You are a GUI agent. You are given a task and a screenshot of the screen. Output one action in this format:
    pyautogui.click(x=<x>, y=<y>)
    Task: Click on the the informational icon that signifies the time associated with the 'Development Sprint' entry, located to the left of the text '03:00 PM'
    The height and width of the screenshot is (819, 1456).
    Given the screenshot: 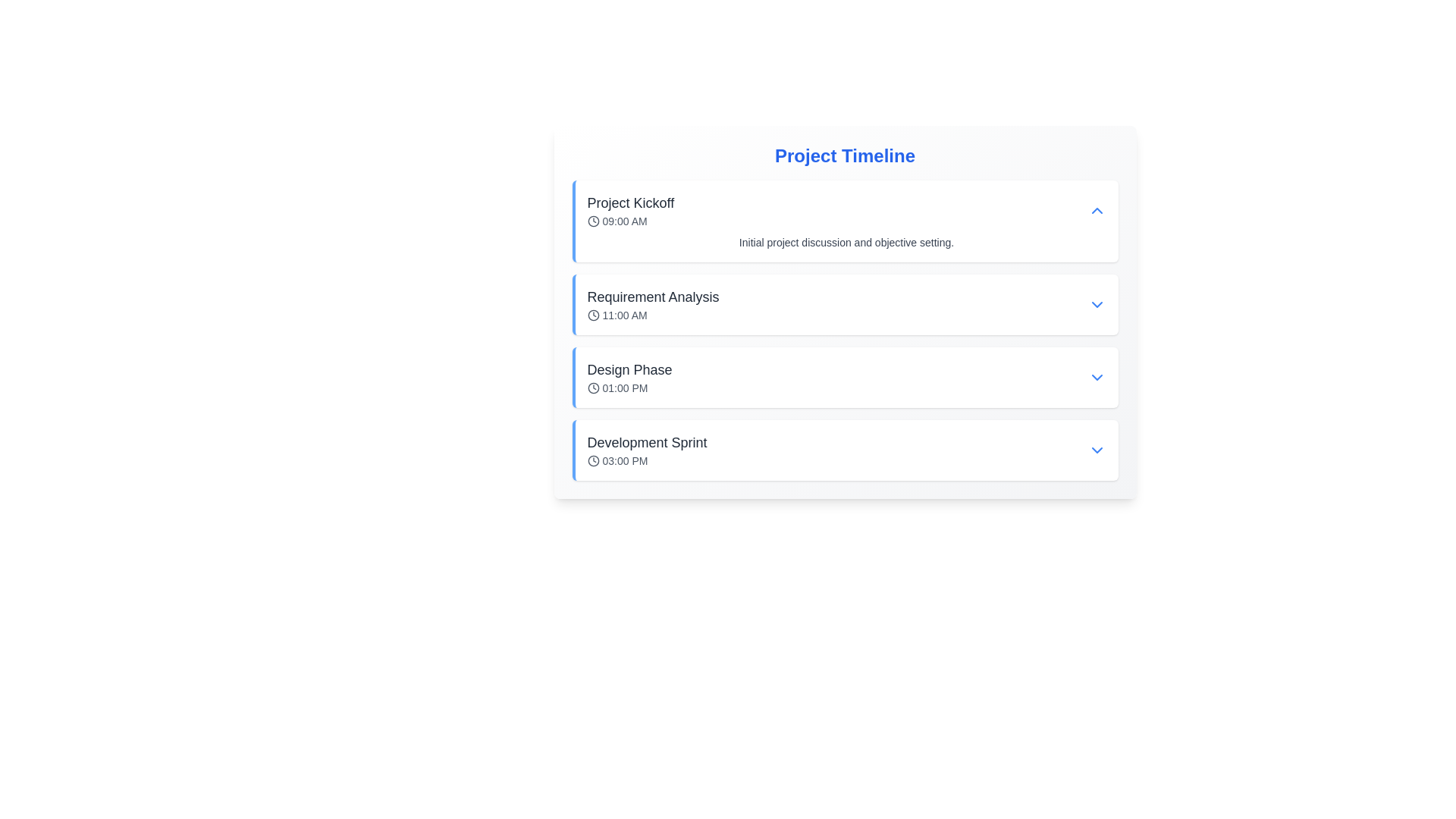 What is the action you would take?
    pyautogui.click(x=592, y=460)
    